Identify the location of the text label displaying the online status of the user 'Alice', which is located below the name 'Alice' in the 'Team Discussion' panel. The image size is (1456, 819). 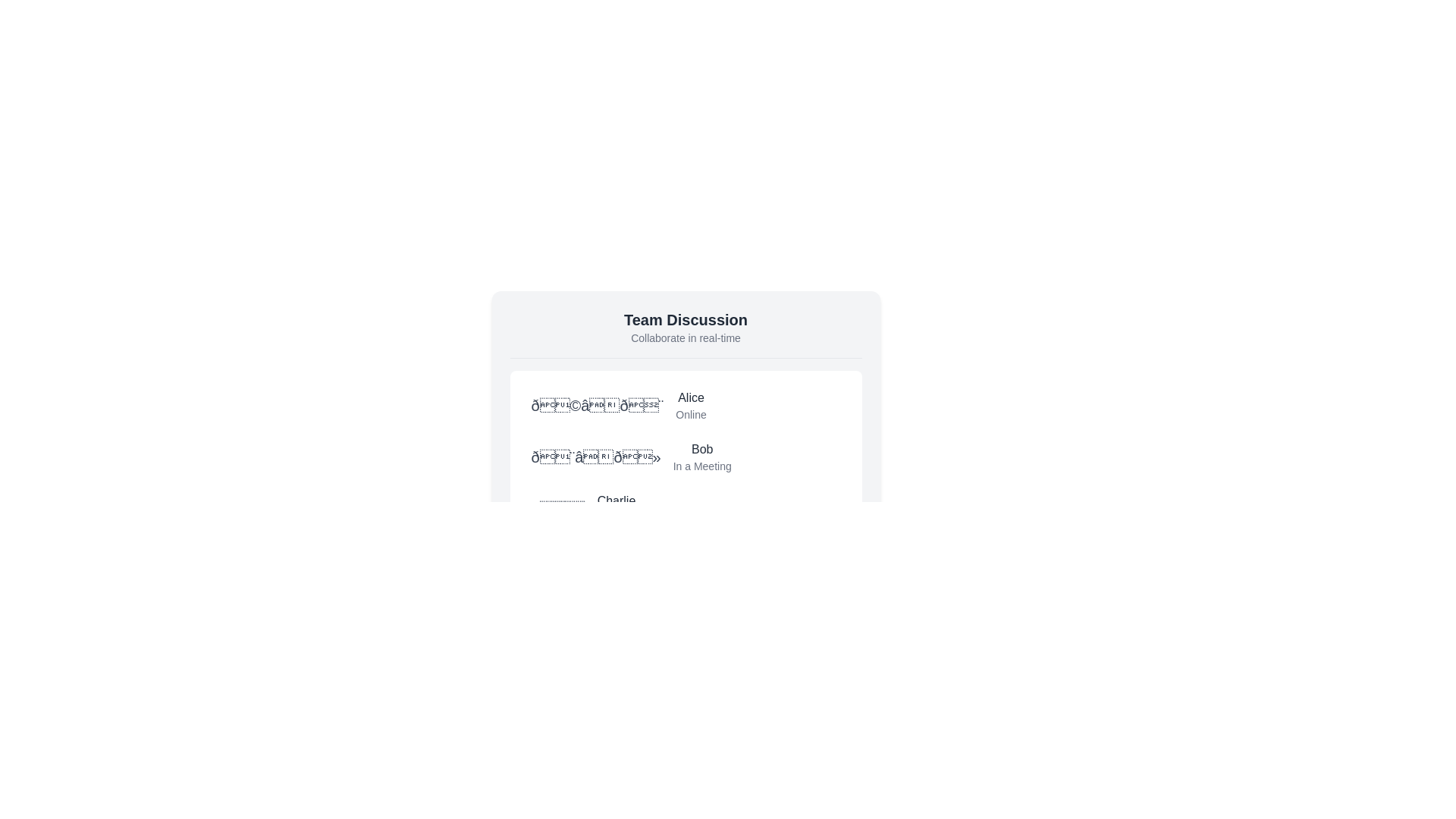
(690, 415).